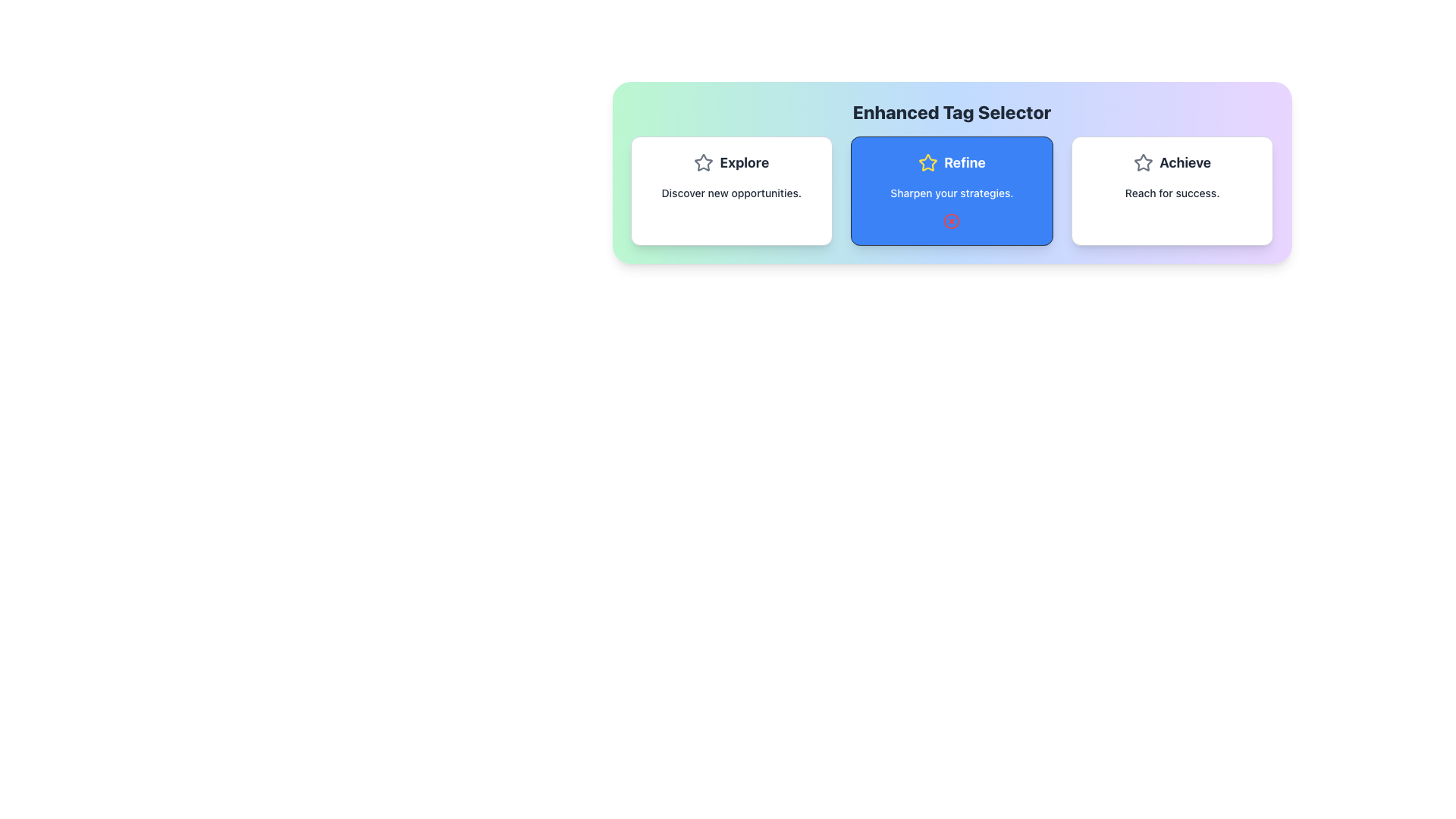 The height and width of the screenshot is (819, 1456). What do you see at coordinates (951, 171) in the screenshot?
I see `the 'Refine' button, which is the second item in a three-column layout under the heading 'Enhanced Tag Selector'` at bounding box center [951, 171].